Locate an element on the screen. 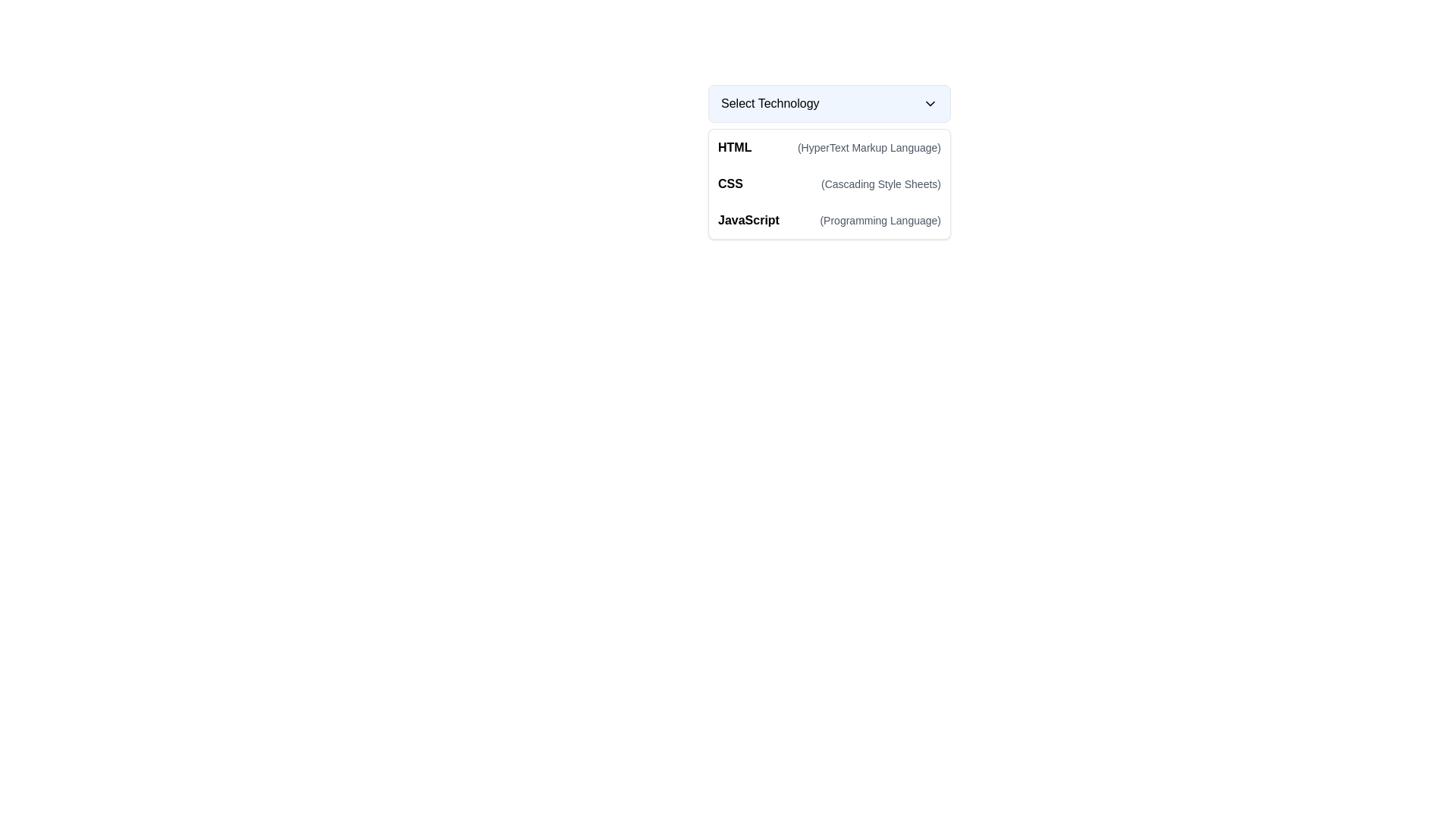  the 'JavaScript' text label, which is styled in bold and aligned to the left, located in the third row under the 'Select Technology' dropdown menu is located at coordinates (748, 220).